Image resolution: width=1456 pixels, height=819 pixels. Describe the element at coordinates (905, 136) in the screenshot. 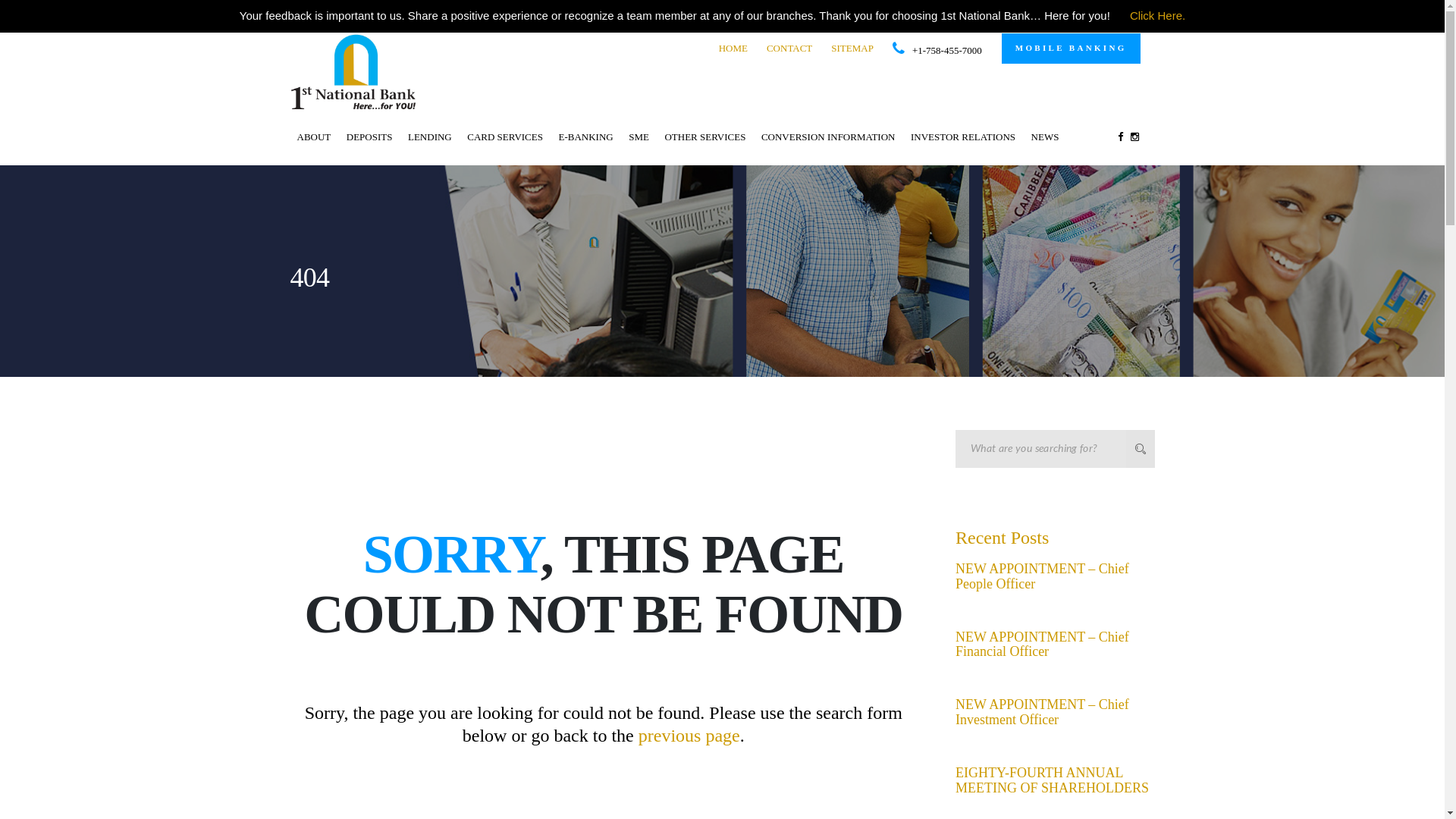

I see `'INVESTOR RELATIONS'` at that location.